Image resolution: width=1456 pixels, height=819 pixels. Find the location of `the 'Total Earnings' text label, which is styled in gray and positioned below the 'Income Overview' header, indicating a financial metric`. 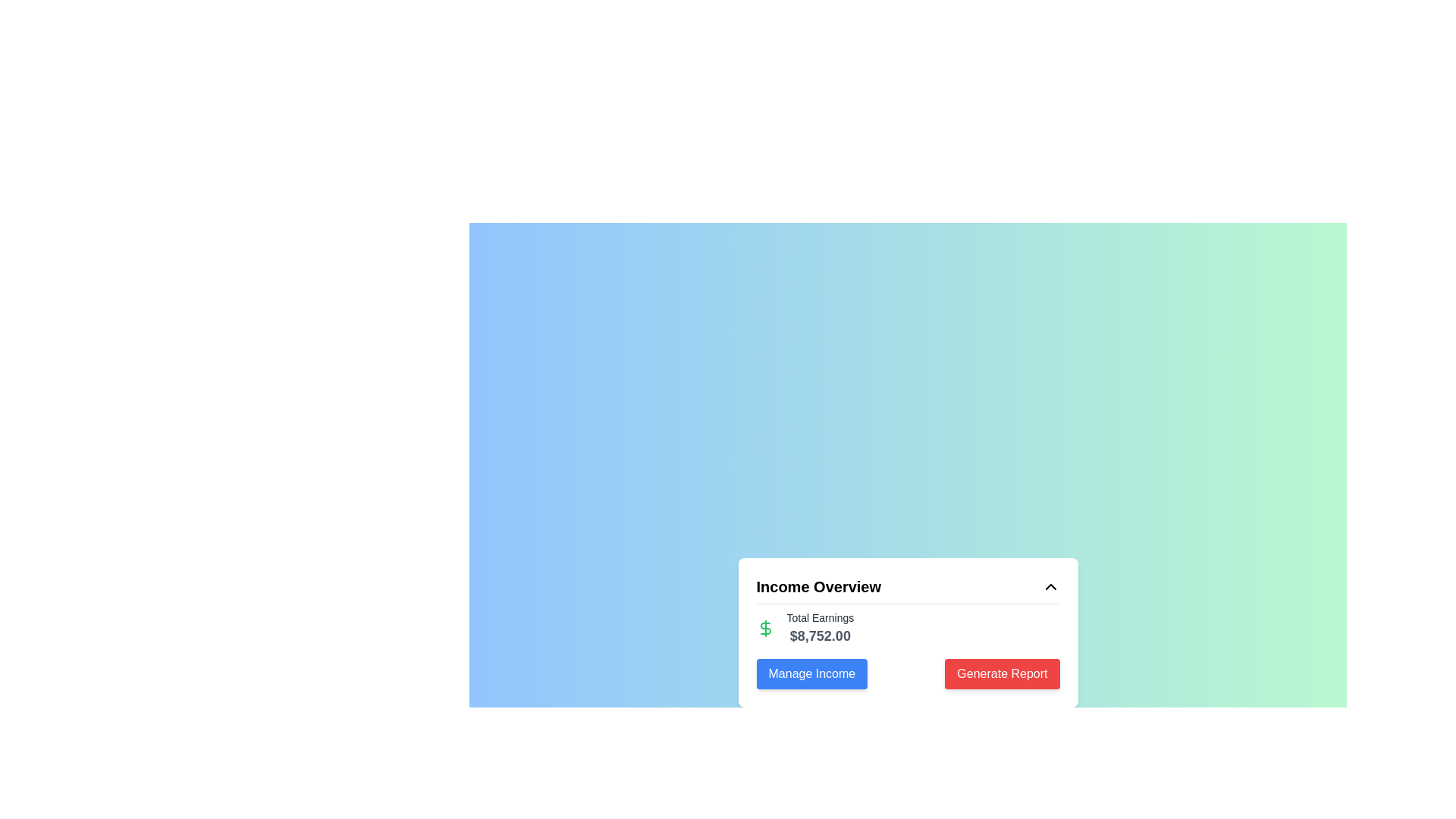

the 'Total Earnings' text label, which is styled in gray and positioned below the 'Income Overview' header, indicating a financial metric is located at coordinates (819, 617).